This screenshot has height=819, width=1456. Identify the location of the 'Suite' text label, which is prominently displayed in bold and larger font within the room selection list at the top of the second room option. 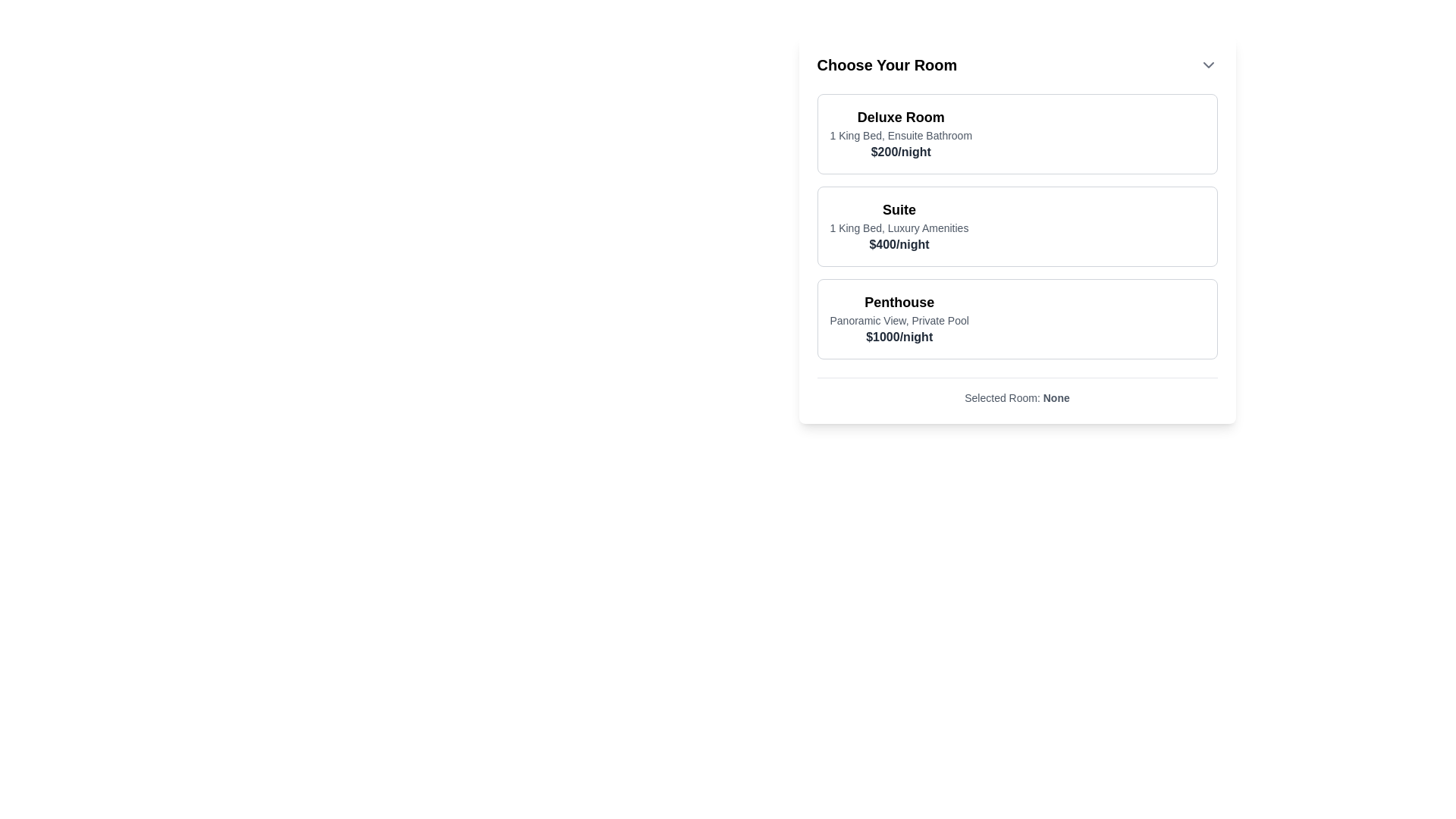
(899, 210).